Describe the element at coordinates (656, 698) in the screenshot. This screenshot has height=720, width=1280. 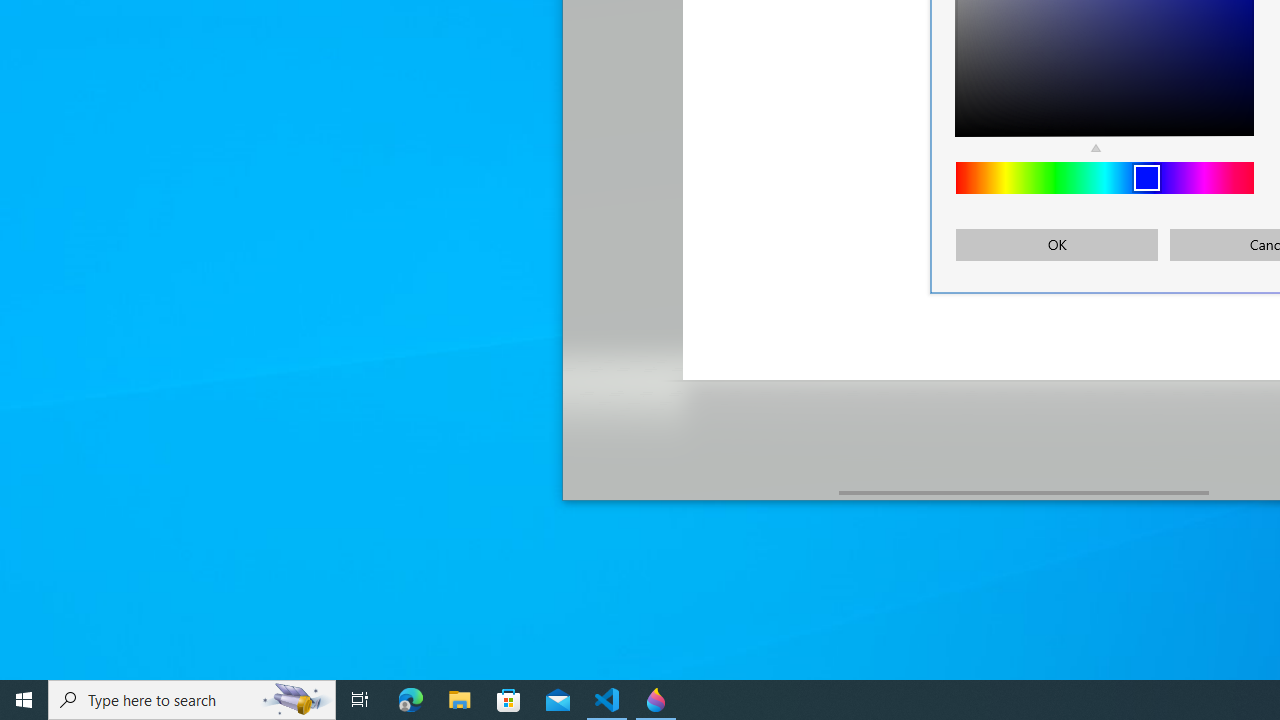
I see `'Paint 3D - 1 running window'` at that location.